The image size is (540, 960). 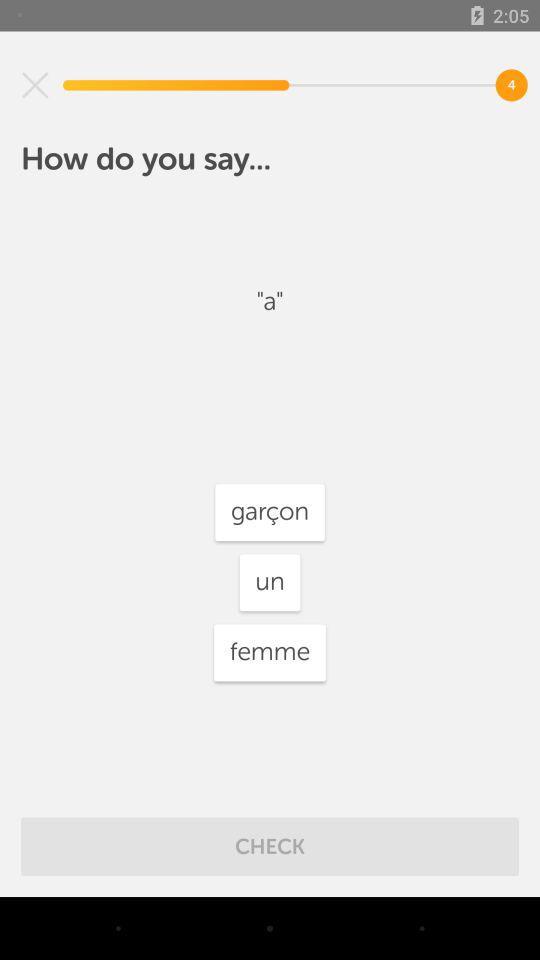 I want to click on femme icon, so click(x=270, y=651).